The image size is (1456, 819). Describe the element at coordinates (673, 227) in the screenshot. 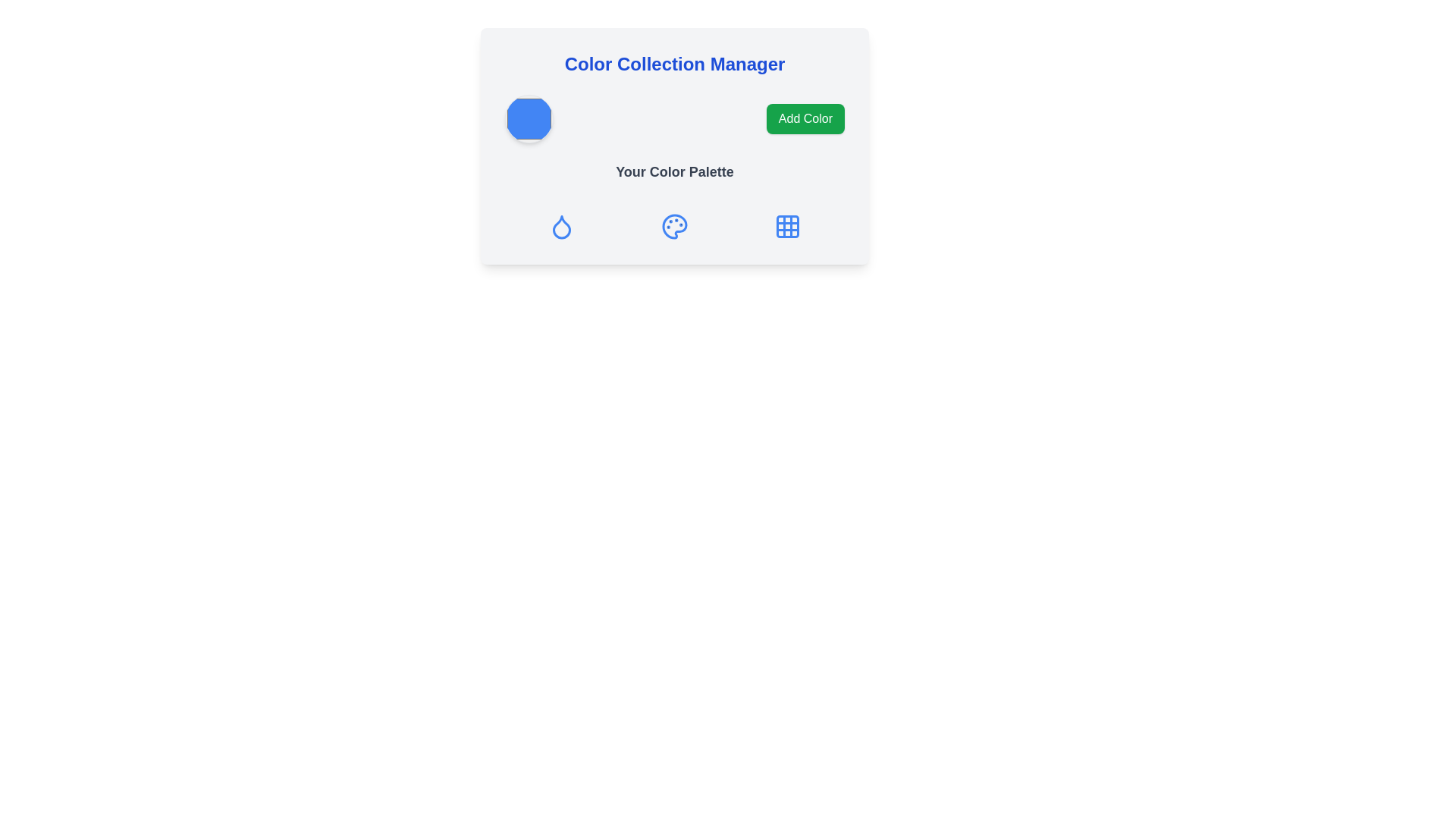

I see `the central circular section of the SVG palette icon that has a blue stroke and contains smaller circular dots around it` at that location.